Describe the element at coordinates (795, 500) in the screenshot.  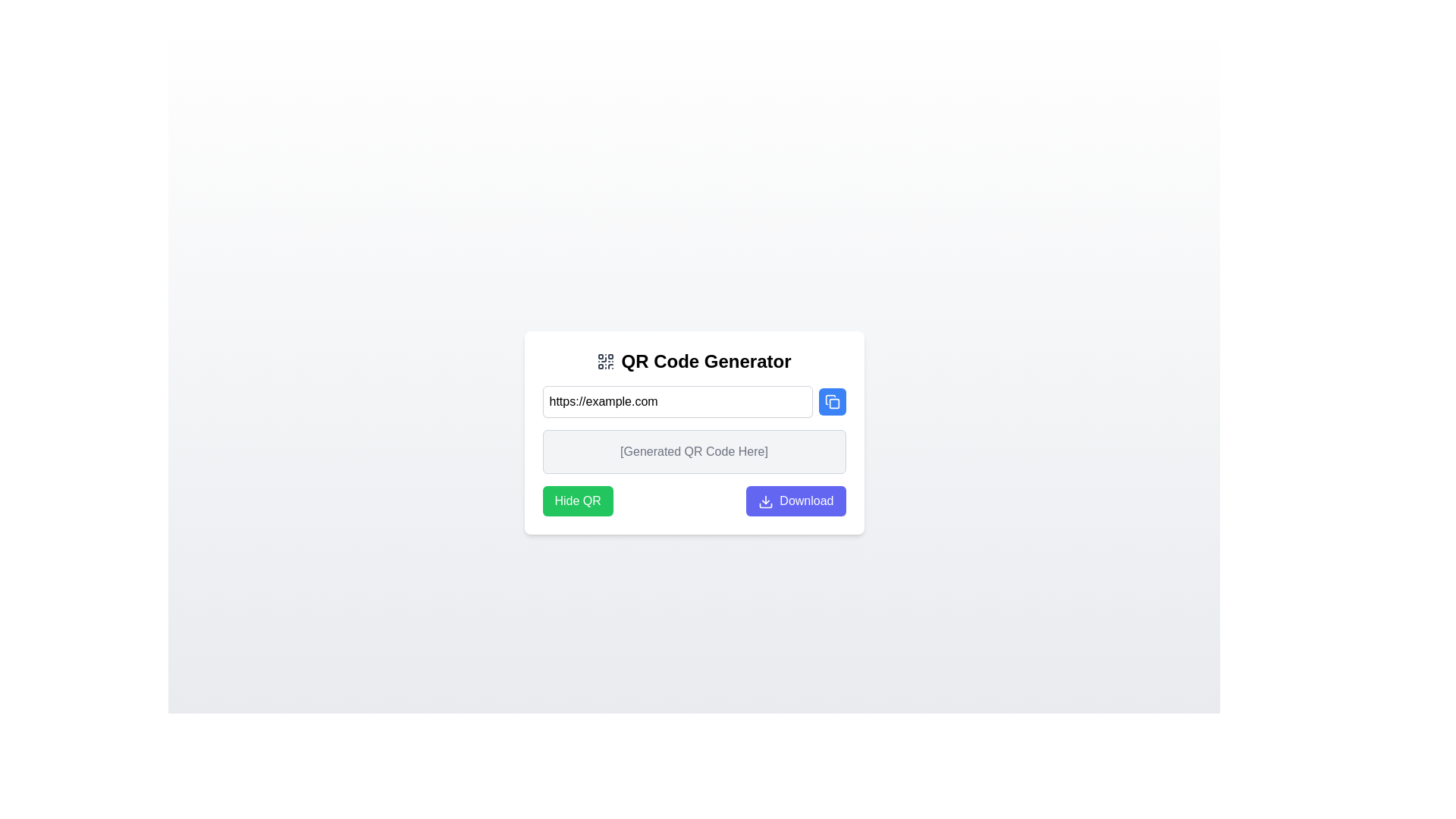
I see `the download button located in the lower-right corner of the card interface` at that location.